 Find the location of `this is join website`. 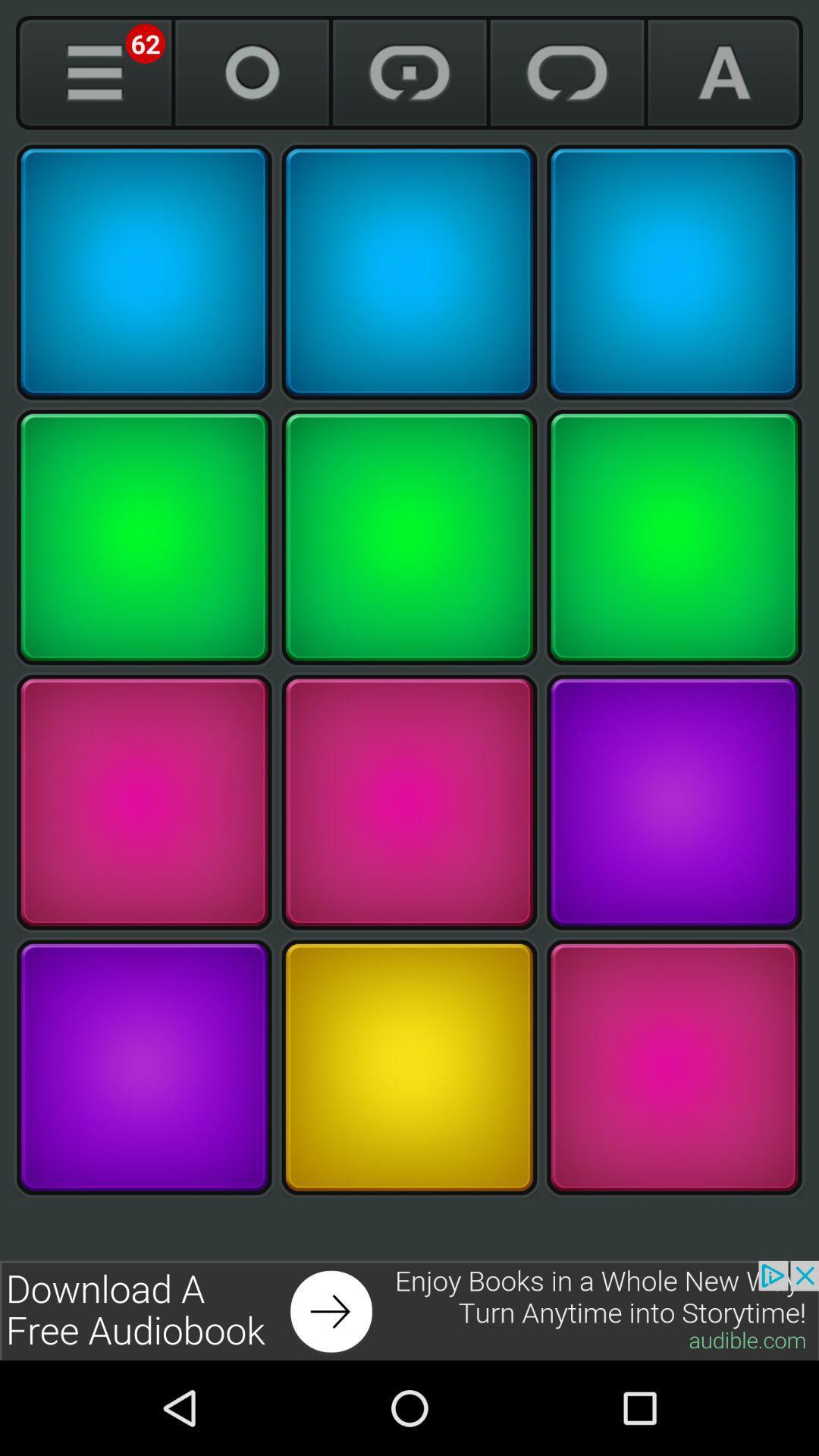

this is join website is located at coordinates (409, 1310).